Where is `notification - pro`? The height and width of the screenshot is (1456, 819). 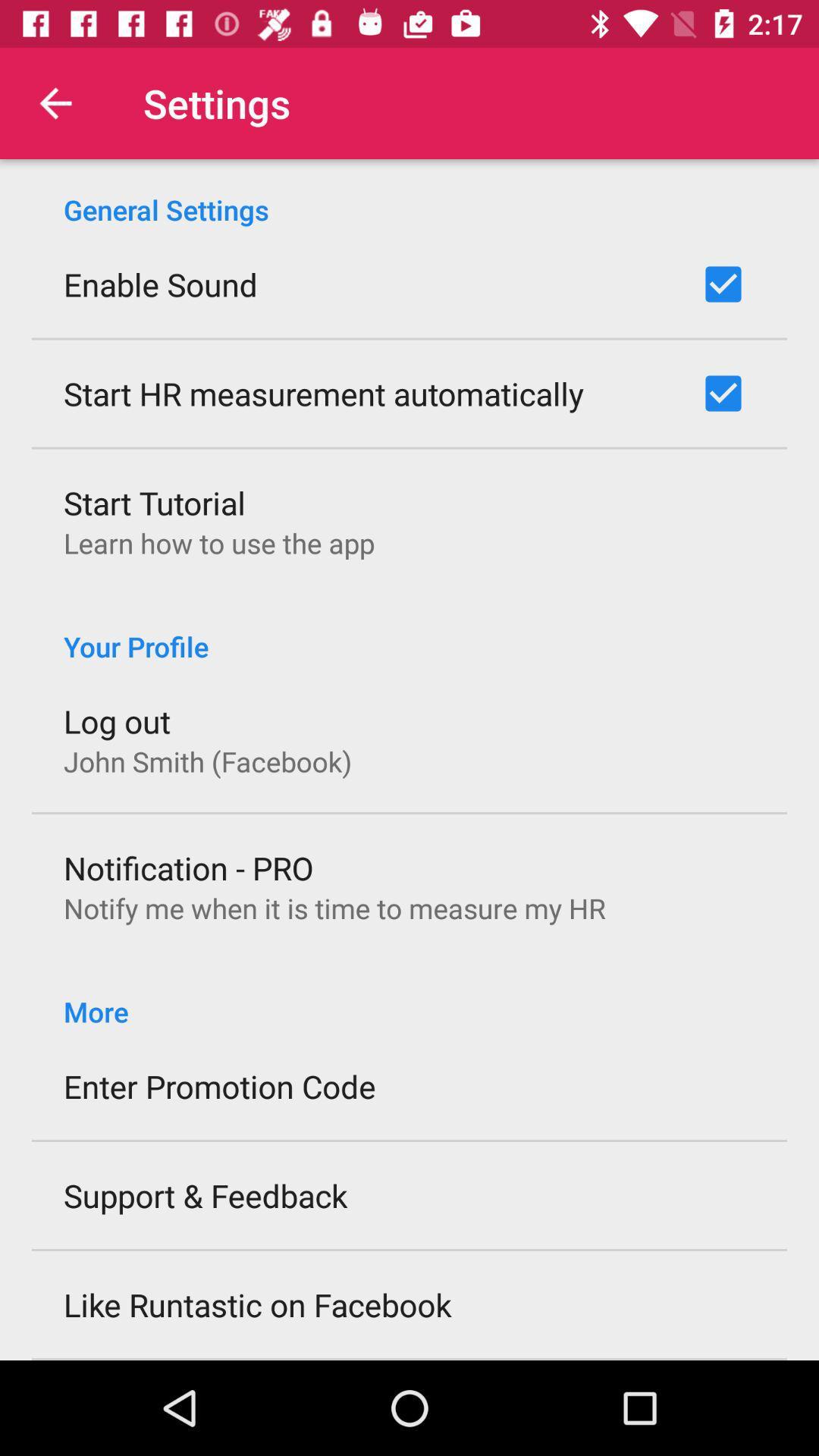 notification - pro is located at coordinates (188, 868).